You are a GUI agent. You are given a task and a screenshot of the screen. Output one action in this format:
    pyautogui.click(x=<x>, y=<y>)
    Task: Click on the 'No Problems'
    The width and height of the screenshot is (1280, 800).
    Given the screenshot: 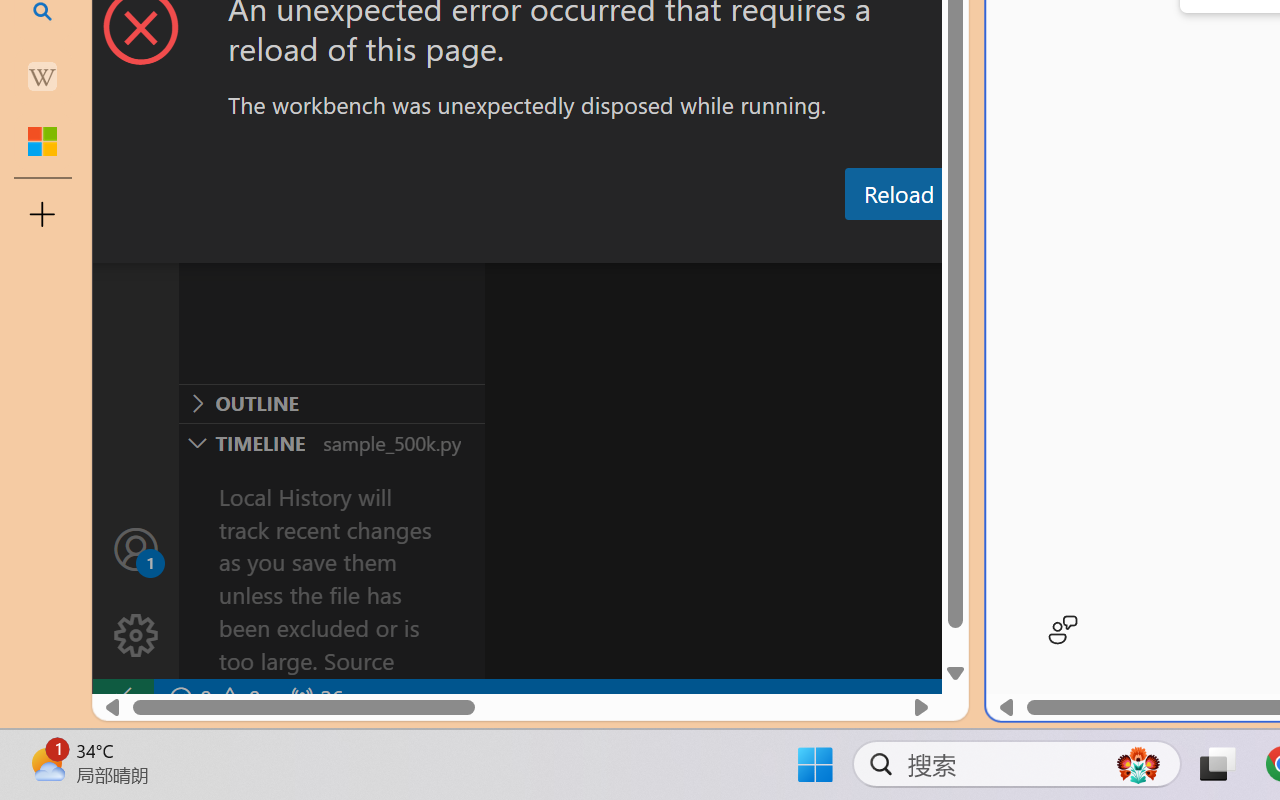 What is the action you would take?
    pyautogui.click(x=213, y=698)
    